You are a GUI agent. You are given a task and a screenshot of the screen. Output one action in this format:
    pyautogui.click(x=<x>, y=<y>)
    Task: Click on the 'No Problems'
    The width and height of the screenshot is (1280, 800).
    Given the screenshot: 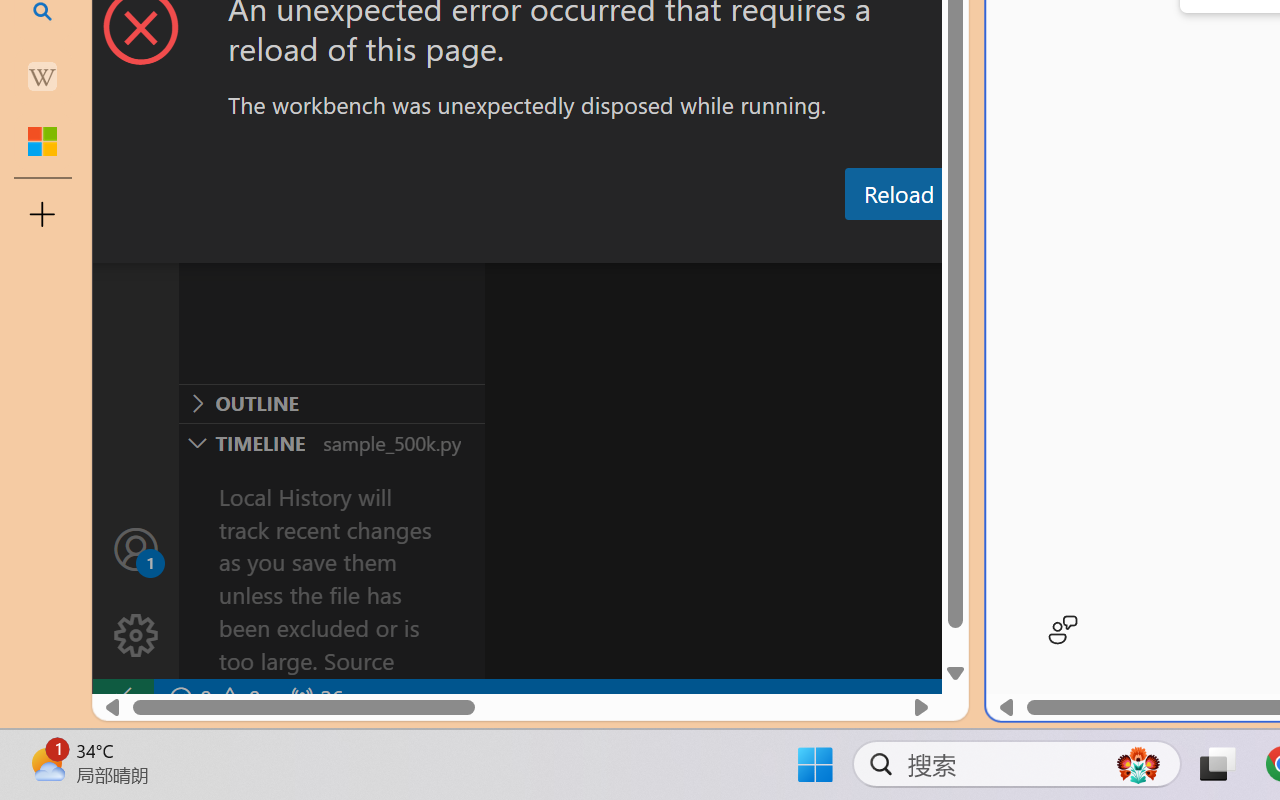 What is the action you would take?
    pyautogui.click(x=213, y=698)
    